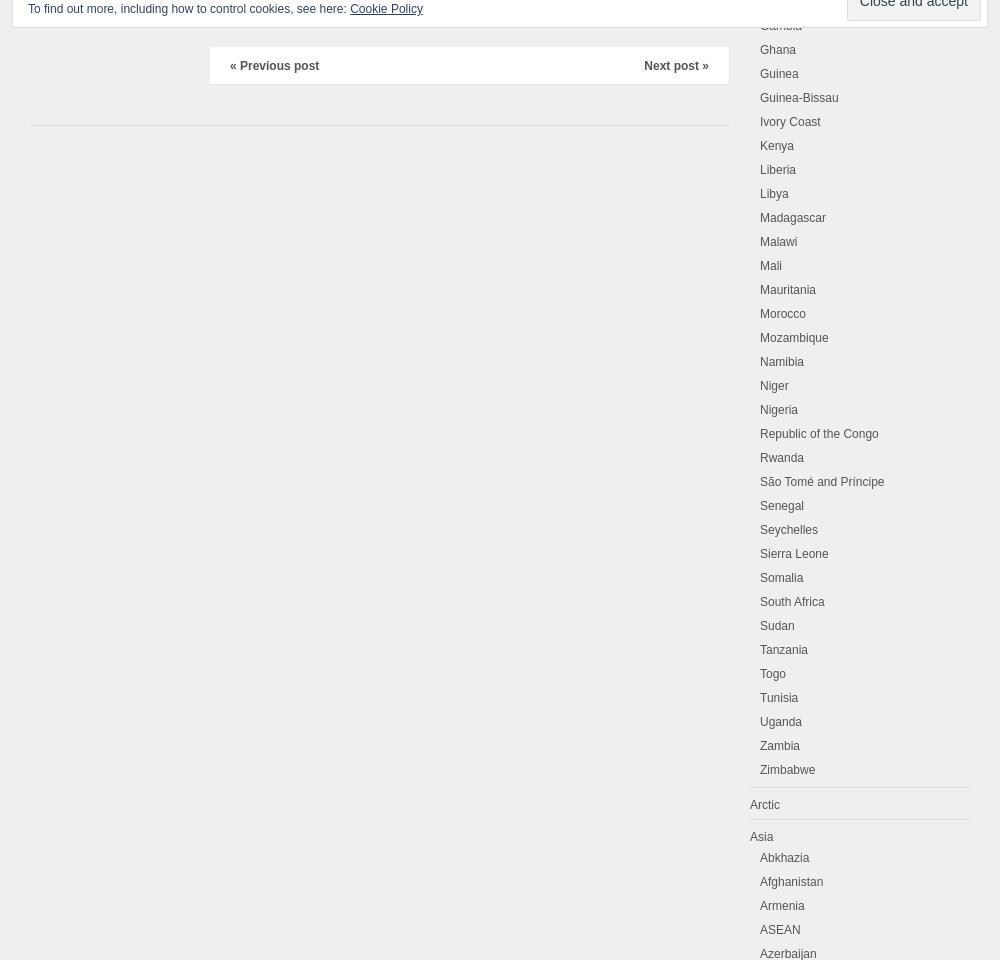 This screenshot has width=1000, height=960. Describe the element at coordinates (773, 674) in the screenshot. I see `'Togo'` at that location.